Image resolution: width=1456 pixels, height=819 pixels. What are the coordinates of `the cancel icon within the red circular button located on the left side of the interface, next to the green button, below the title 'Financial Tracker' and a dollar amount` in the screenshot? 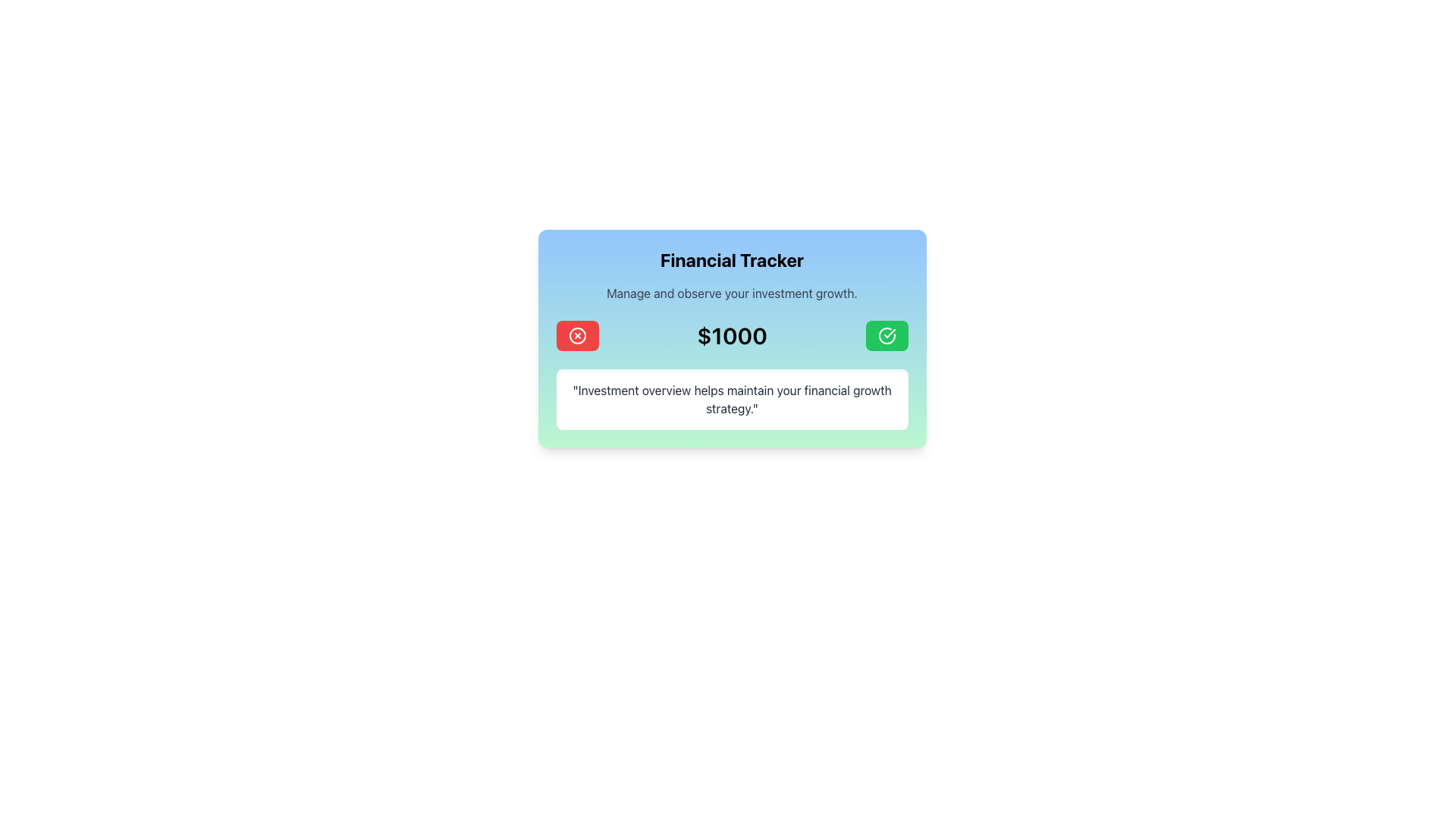 It's located at (576, 335).